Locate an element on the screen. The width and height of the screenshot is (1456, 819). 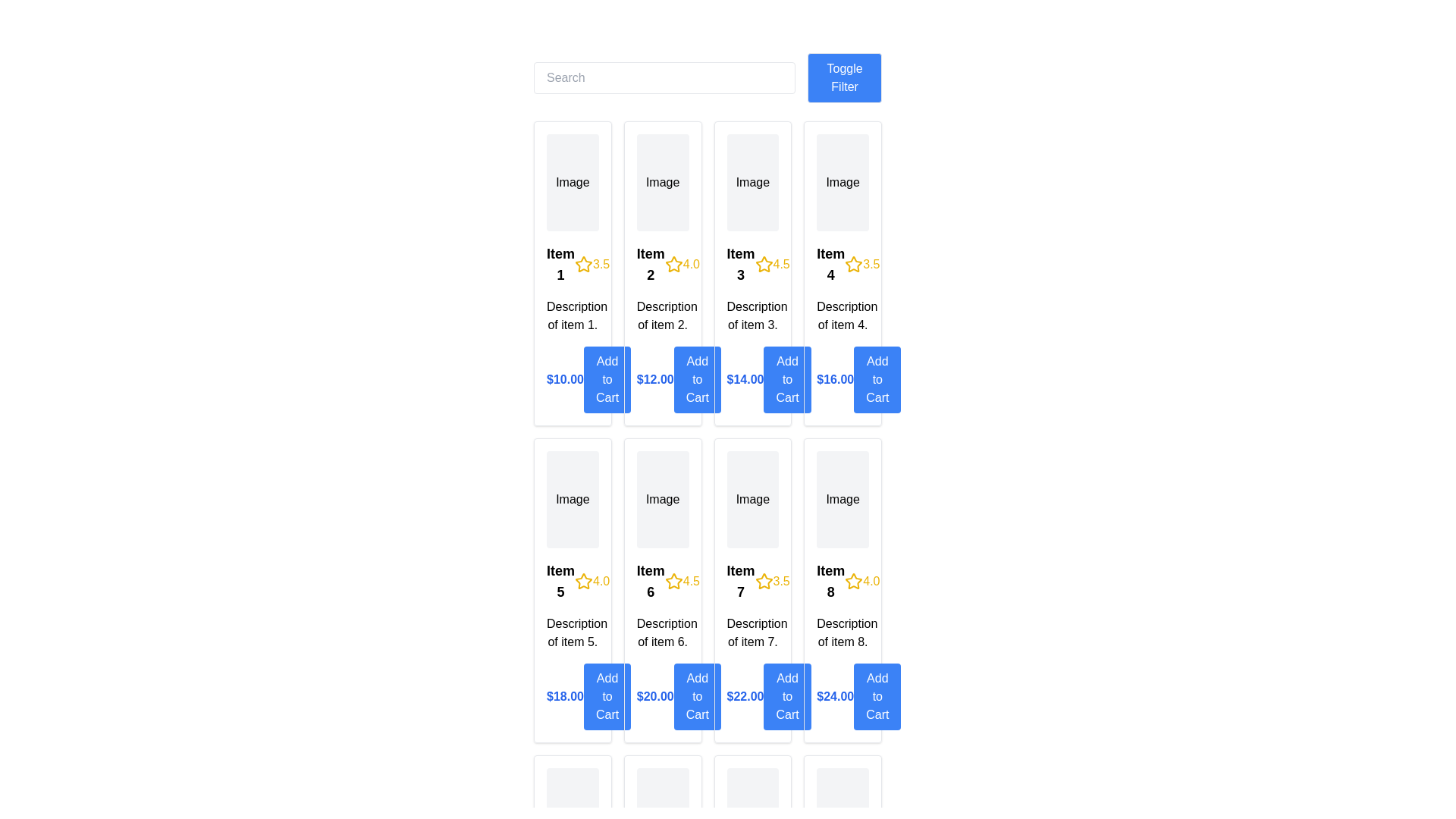
fourth star icon in the rating bar for 'Item 6', which visually indicates a partially filled rating score is located at coordinates (673, 580).